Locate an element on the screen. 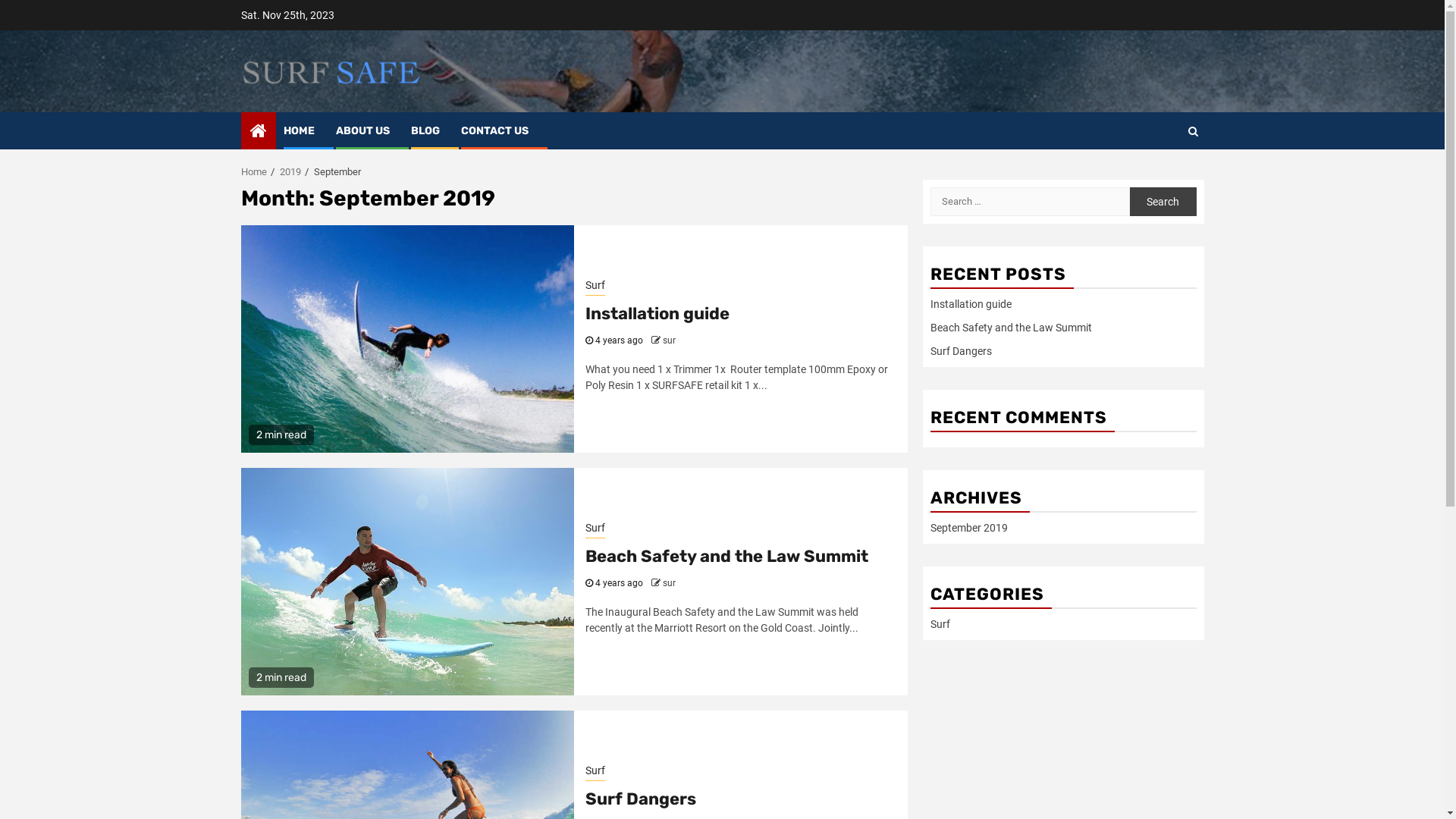 Image resolution: width=1456 pixels, height=819 pixels. 'sur' is located at coordinates (668, 582).